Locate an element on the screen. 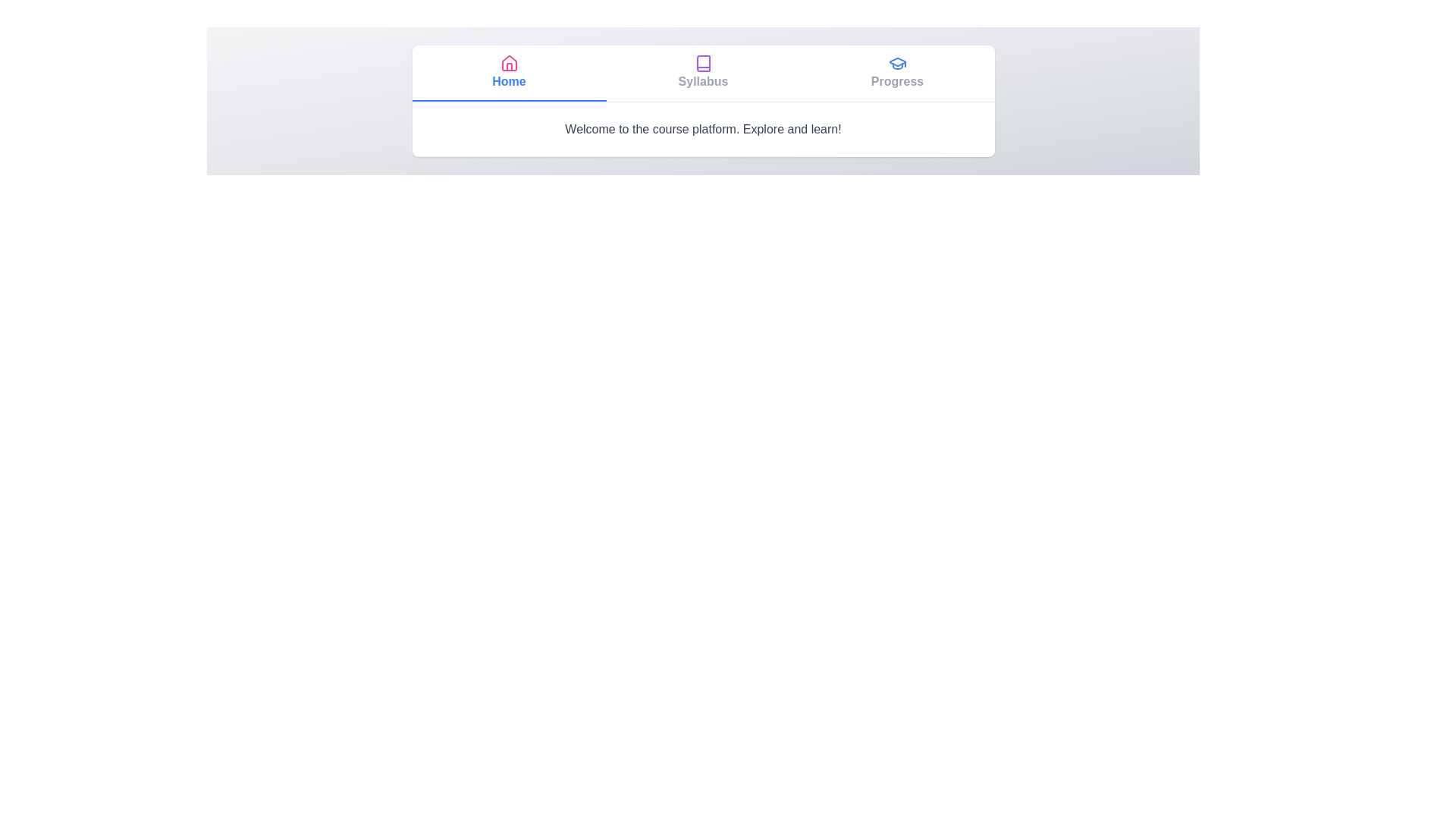 The height and width of the screenshot is (819, 1456). the Syllabus tab by clicking on its button is located at coordinates (702, 73).